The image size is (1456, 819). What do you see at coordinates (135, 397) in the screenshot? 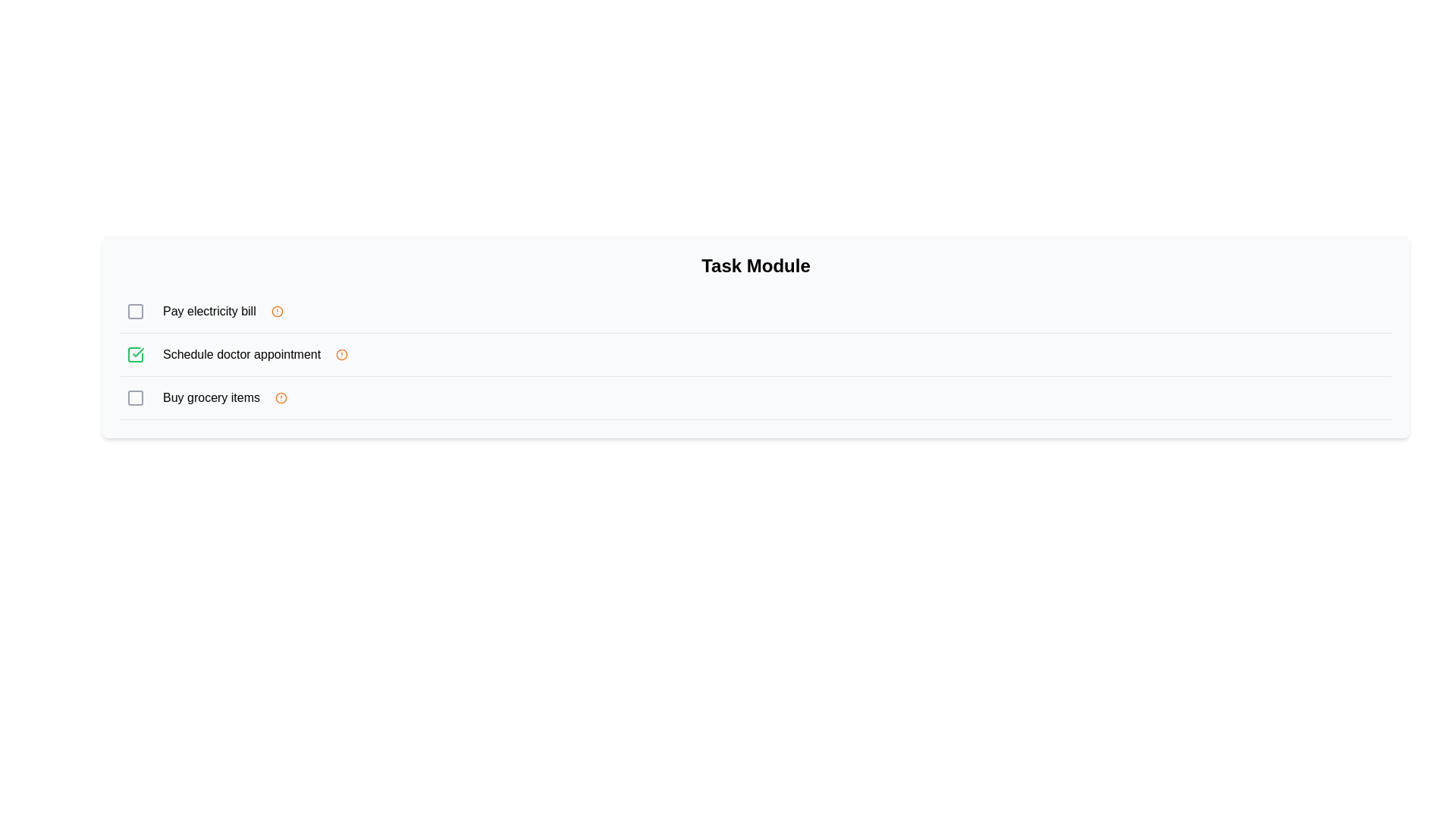
I see `the checkbox element outlined in gray, which is positioned to the left of the text 'Buy grocery items'` at bounding box center [135, 397].